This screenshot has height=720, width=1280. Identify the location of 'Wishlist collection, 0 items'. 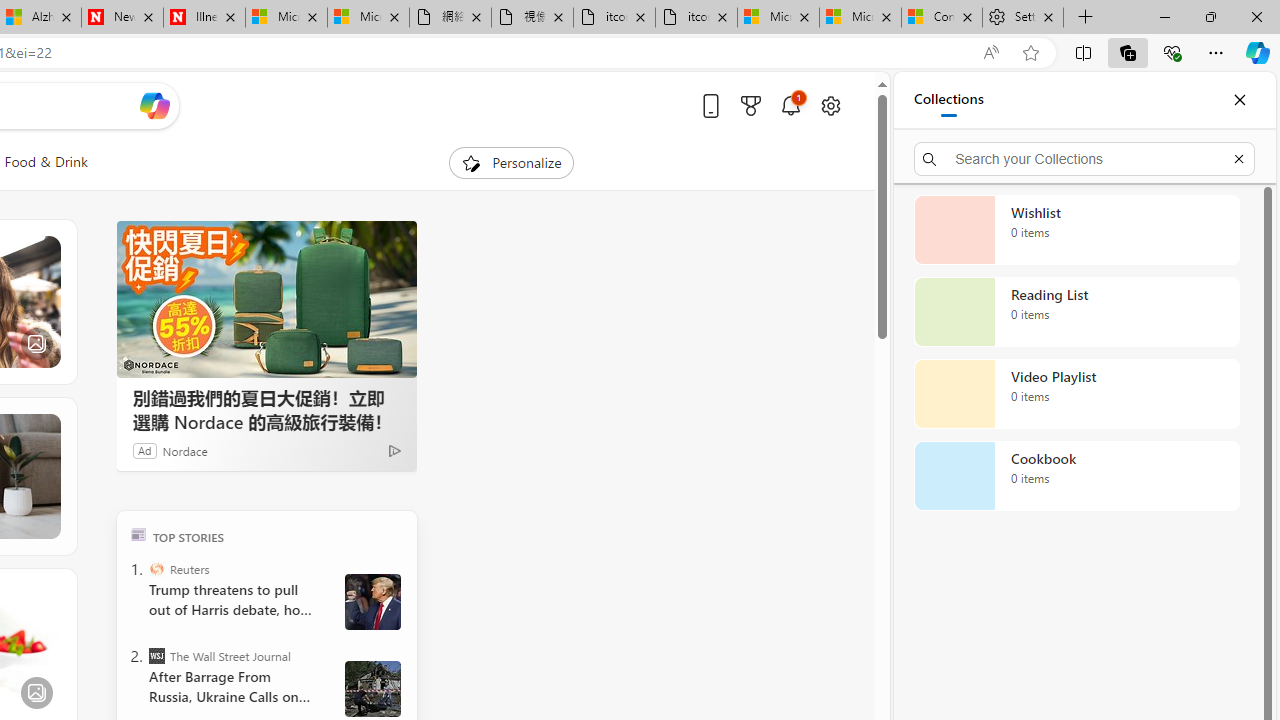
(1076, 229).